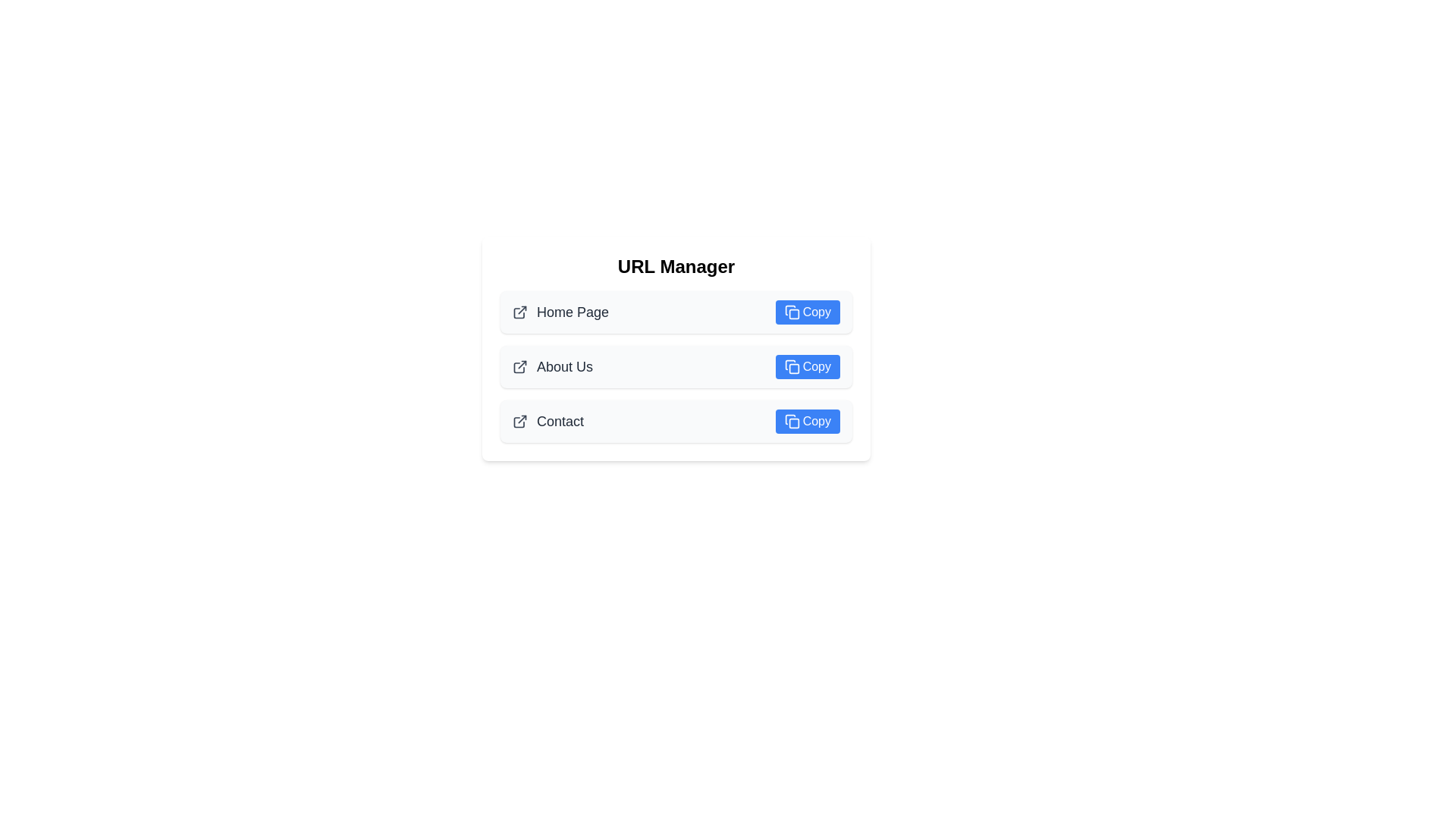 The width and height of the screenshot is (1456, 819). What do you see at coordinates (815, 366) in the screenshot?
I see `the text label within the 'Copy' button for the 'About Us' entry` at bounding box center [815, 366].